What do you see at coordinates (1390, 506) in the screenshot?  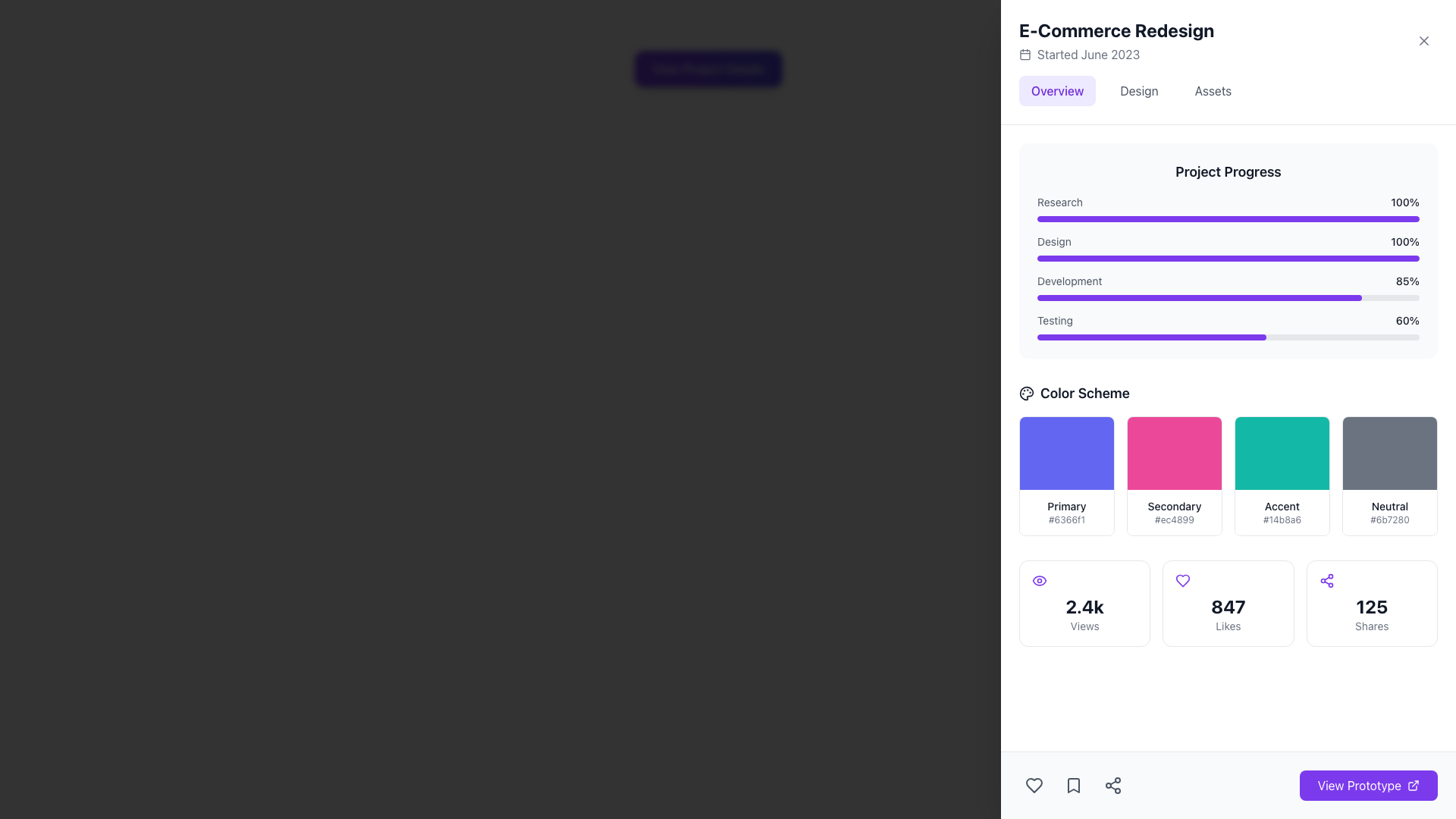 I see `the text label displaying 'Neutral' in a sans-serif font located in the 'Color Scheme' section of the UI` at bounding box center [1390, 506].